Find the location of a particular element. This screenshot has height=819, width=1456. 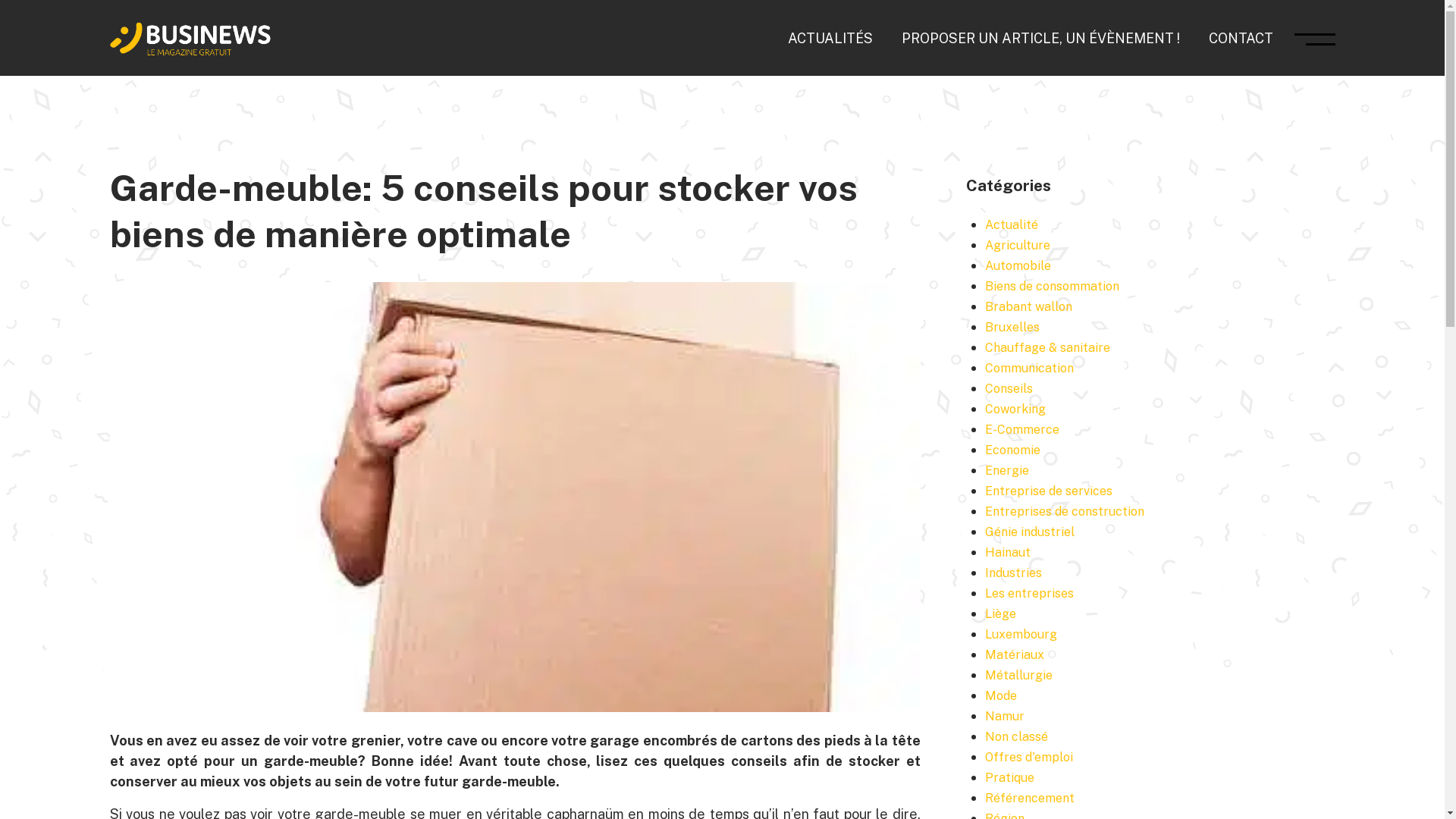

'E-Commerce' is located at coordinates (1022, 429).